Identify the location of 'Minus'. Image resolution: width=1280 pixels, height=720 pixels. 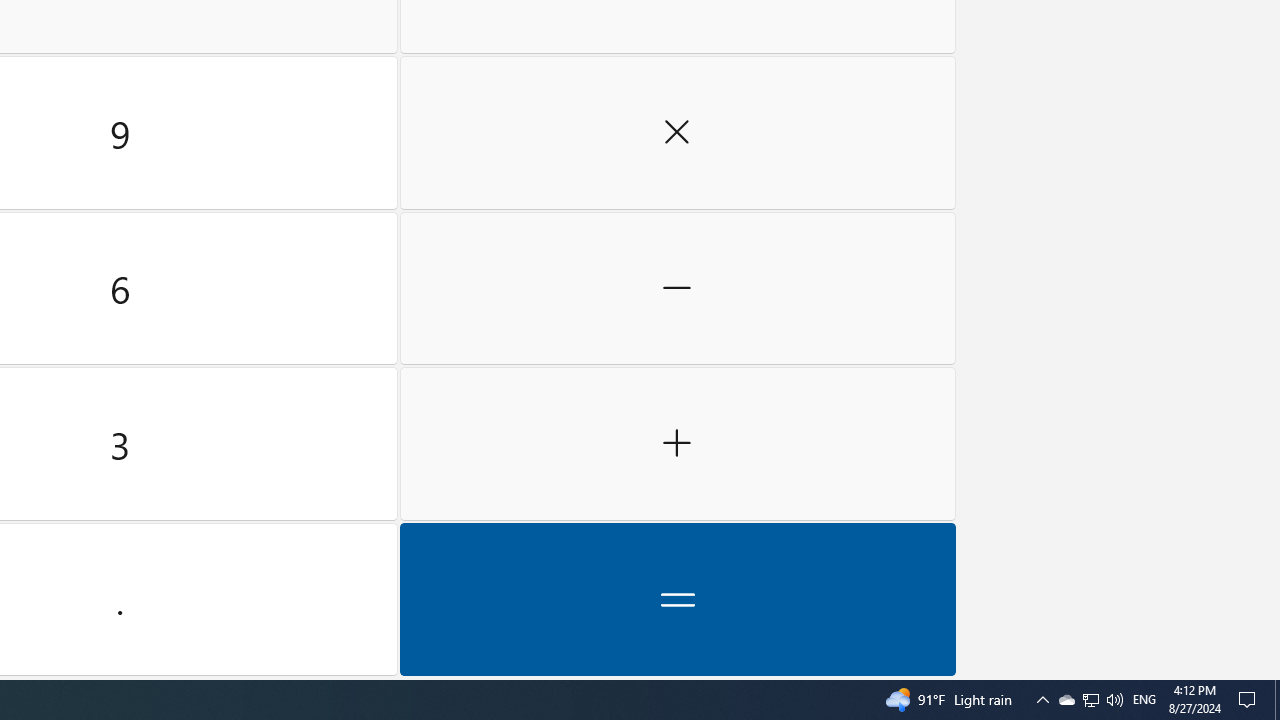
(677, 288).